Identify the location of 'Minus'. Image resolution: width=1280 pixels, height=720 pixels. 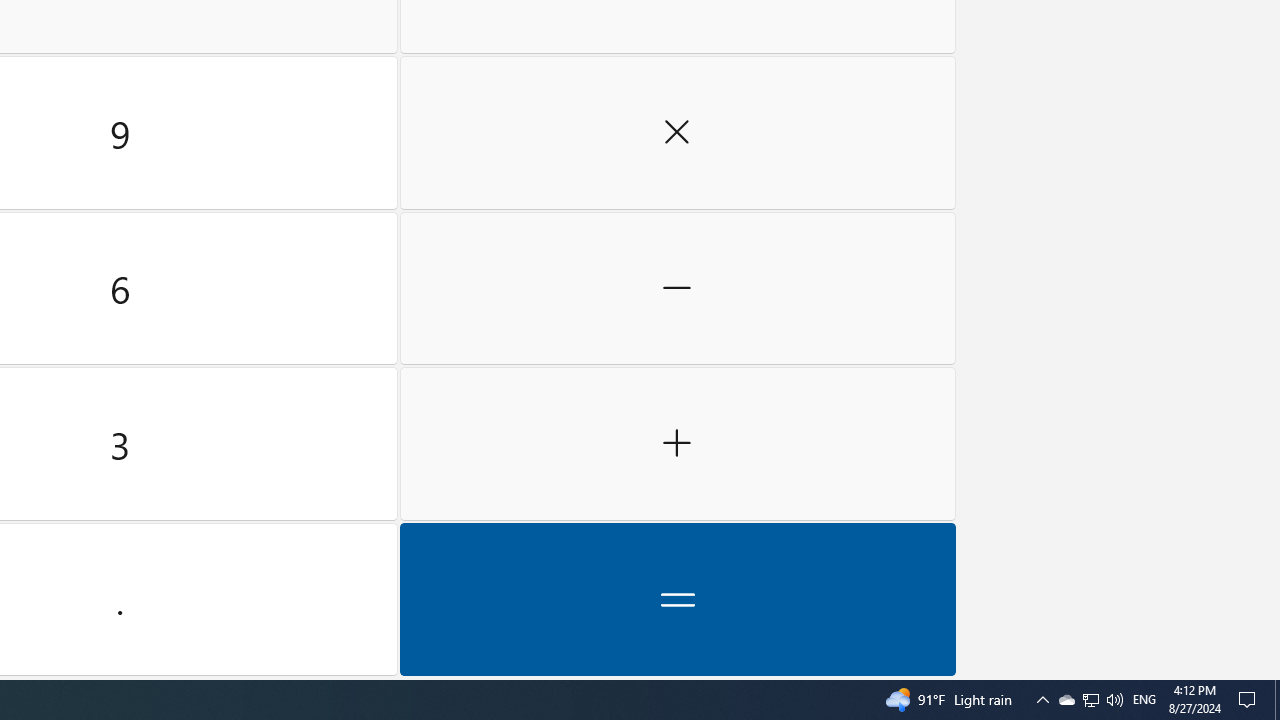
(677, 288).